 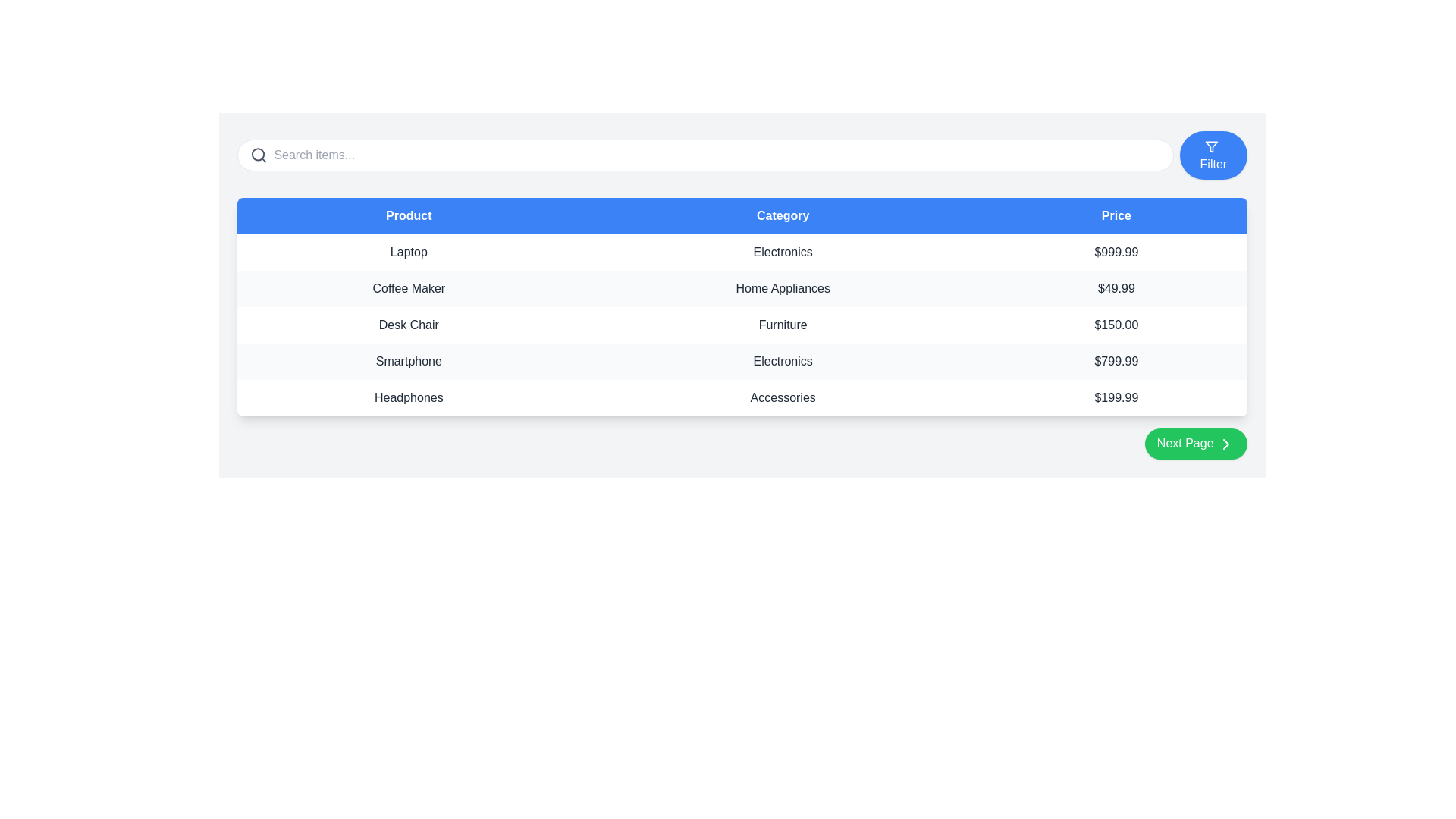 What do you see at coordinates (1211, 146) in the screenshot?
I see `the filter icon located inside the 'Filter' button in the upper-right corner of the interface` at bounding box center [1211, 146].